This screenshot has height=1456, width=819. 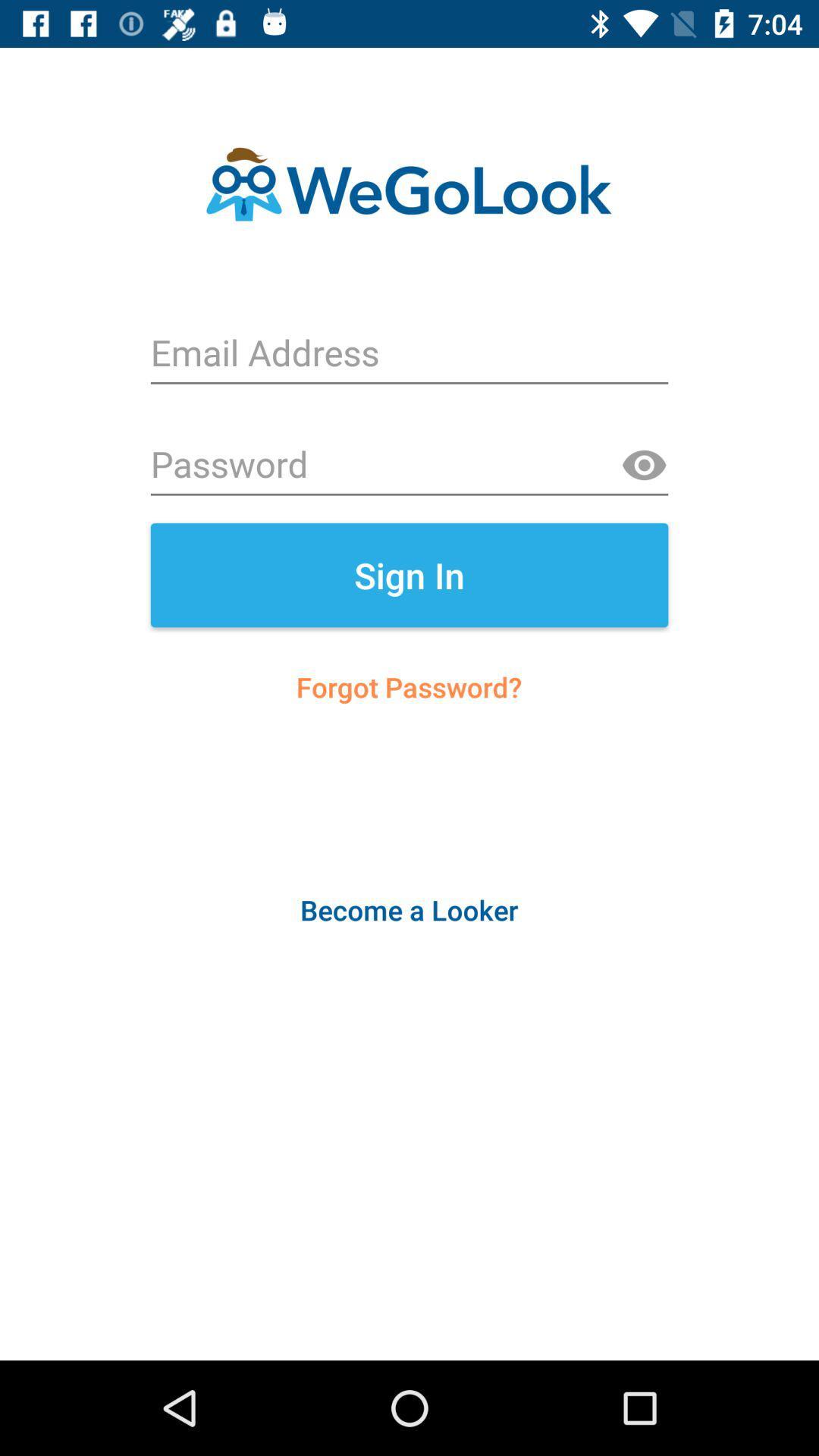 I want to click on sign in, so click(x=409, y=574).